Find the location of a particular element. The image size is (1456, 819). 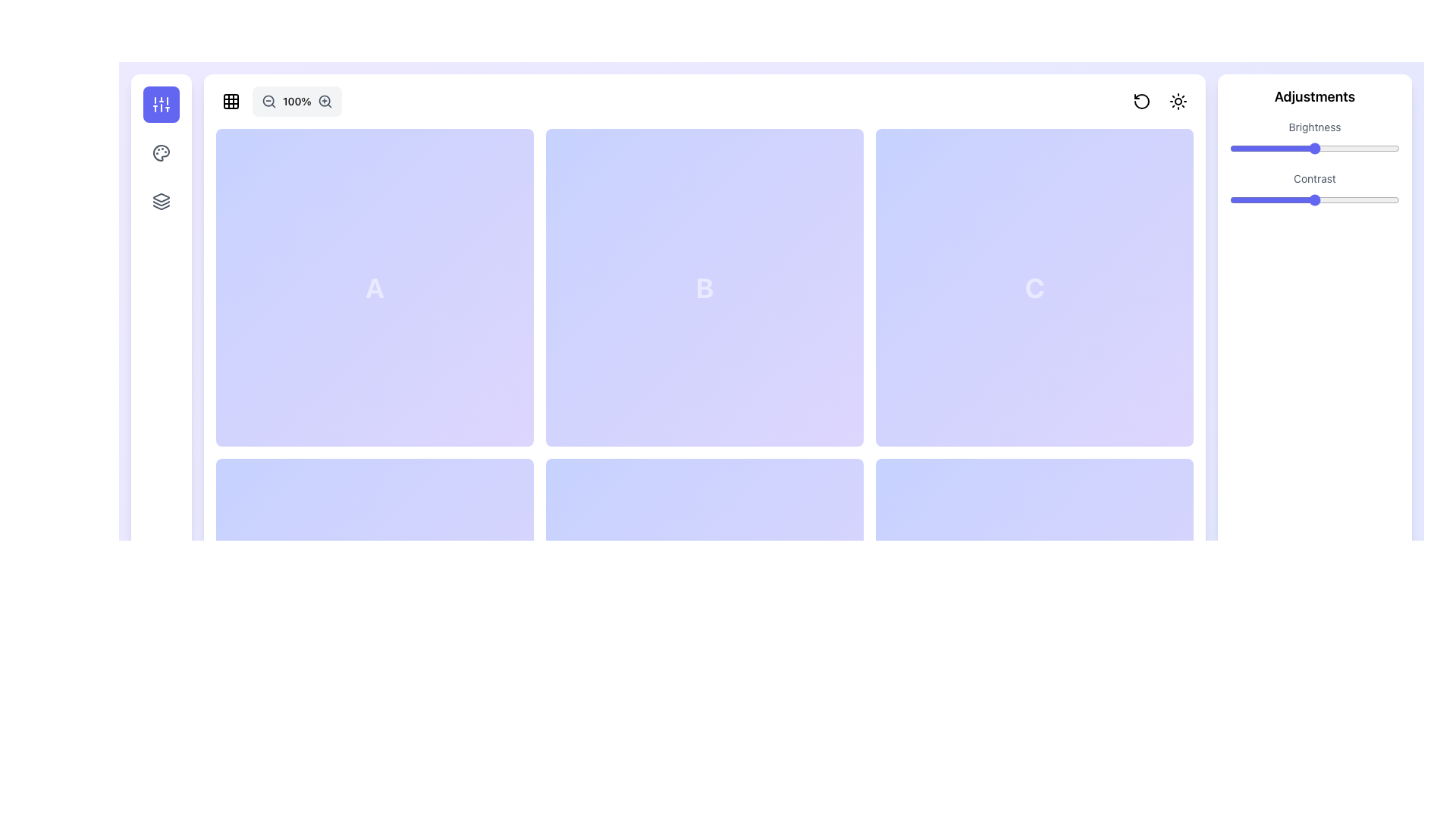

the brightness level is located at coordinates (1370, 149).